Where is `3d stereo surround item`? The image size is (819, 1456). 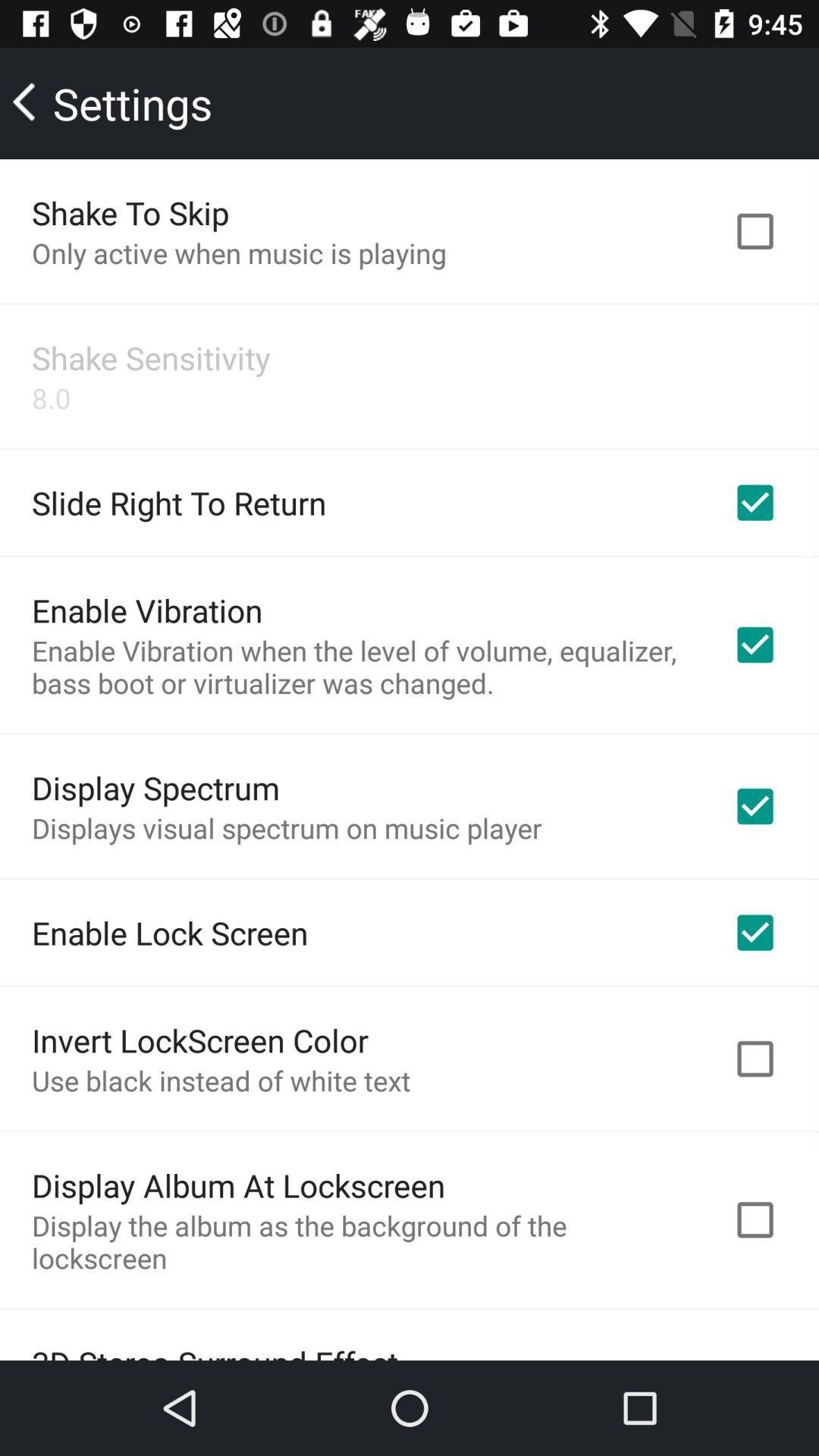
3d stereo surround item is located at coordinates (215, 1351).